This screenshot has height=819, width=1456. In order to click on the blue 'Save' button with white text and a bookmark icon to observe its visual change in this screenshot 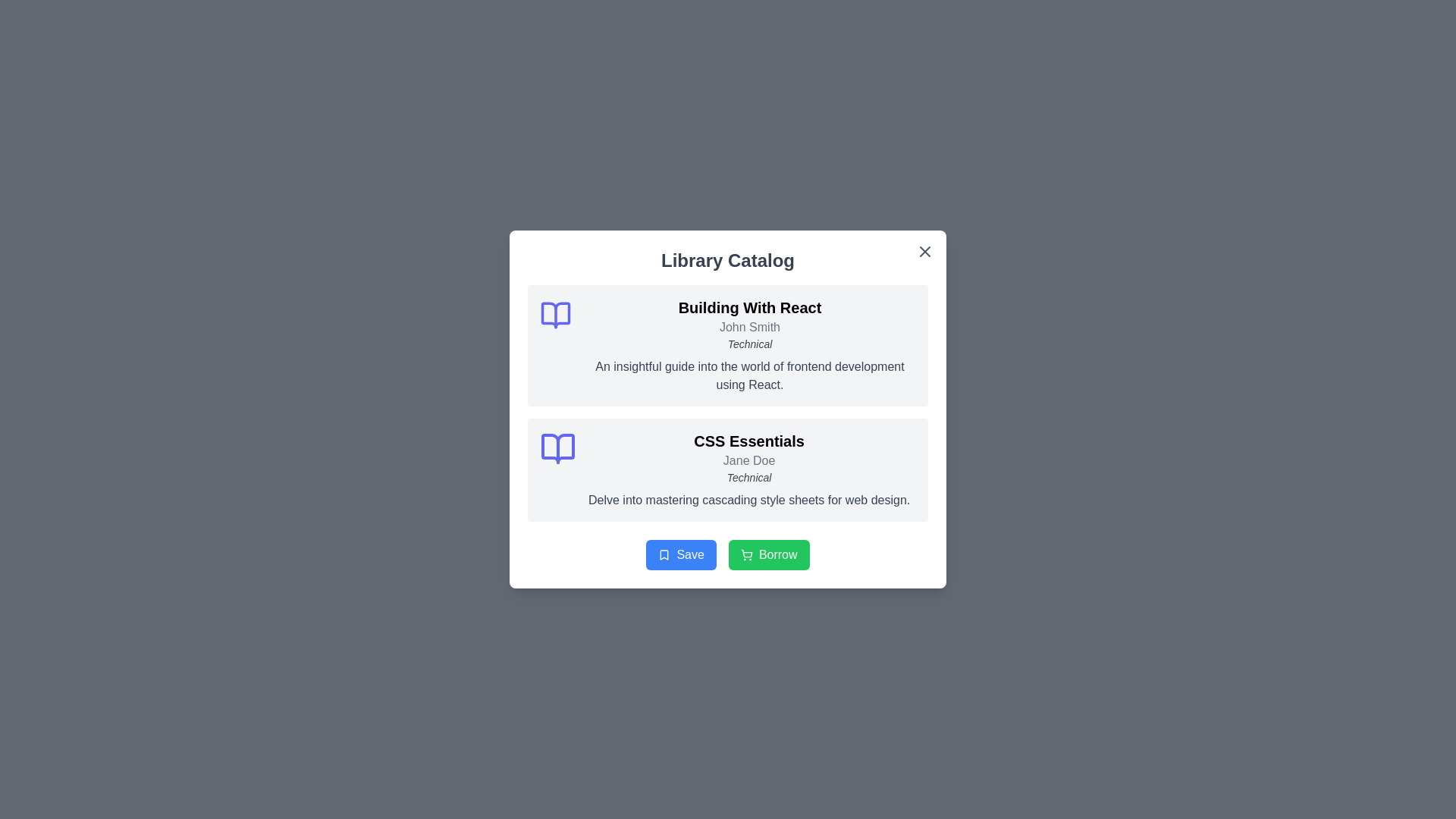, I will do `click(680, 555)`.